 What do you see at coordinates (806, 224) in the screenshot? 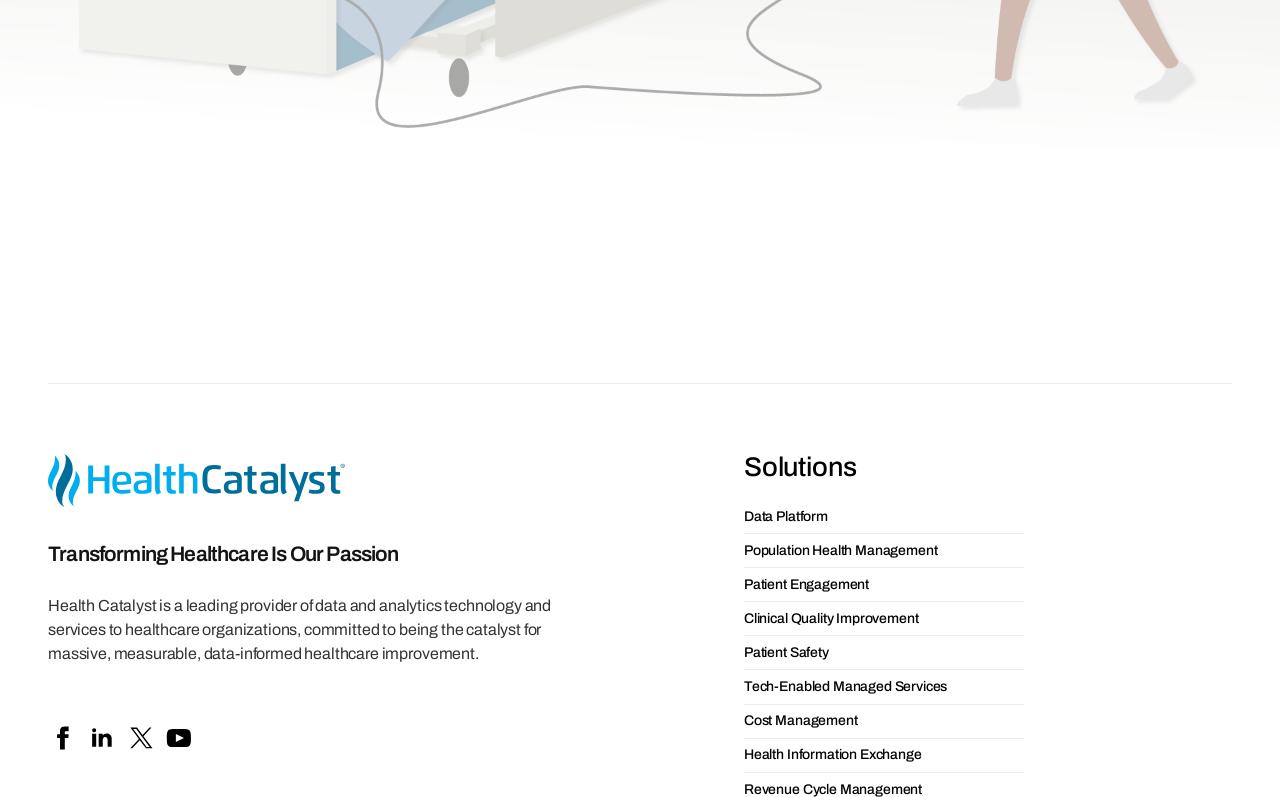
I see `'Patient Engagement'` at bounding box center [806, 224].